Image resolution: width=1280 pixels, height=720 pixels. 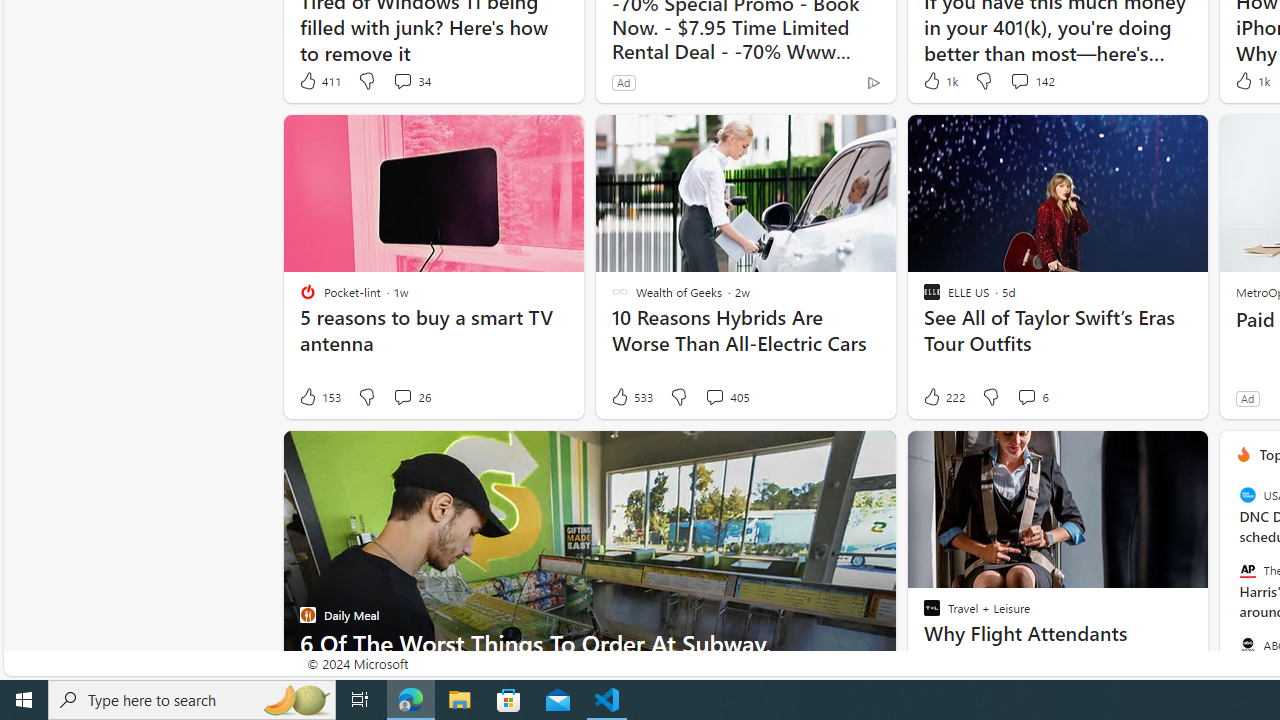 What do you see at coordinates (1031, 80) in the screenshot?
I see `'View comments 142 Comment'` at bounding box center [1031, 80].